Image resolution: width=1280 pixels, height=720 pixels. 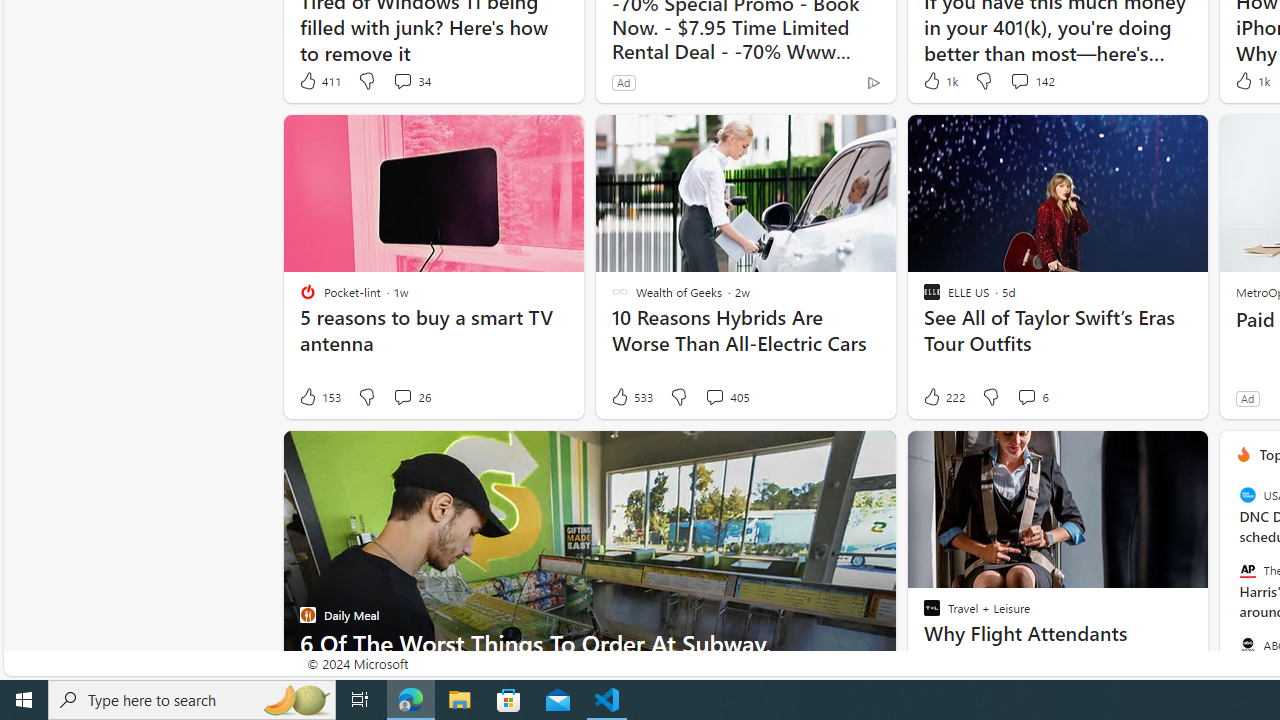 What do you see at coordinates (1031, 80) in the screenshot?
I see `'View comments 142 Comment'` at bounding box center [1031, 80].